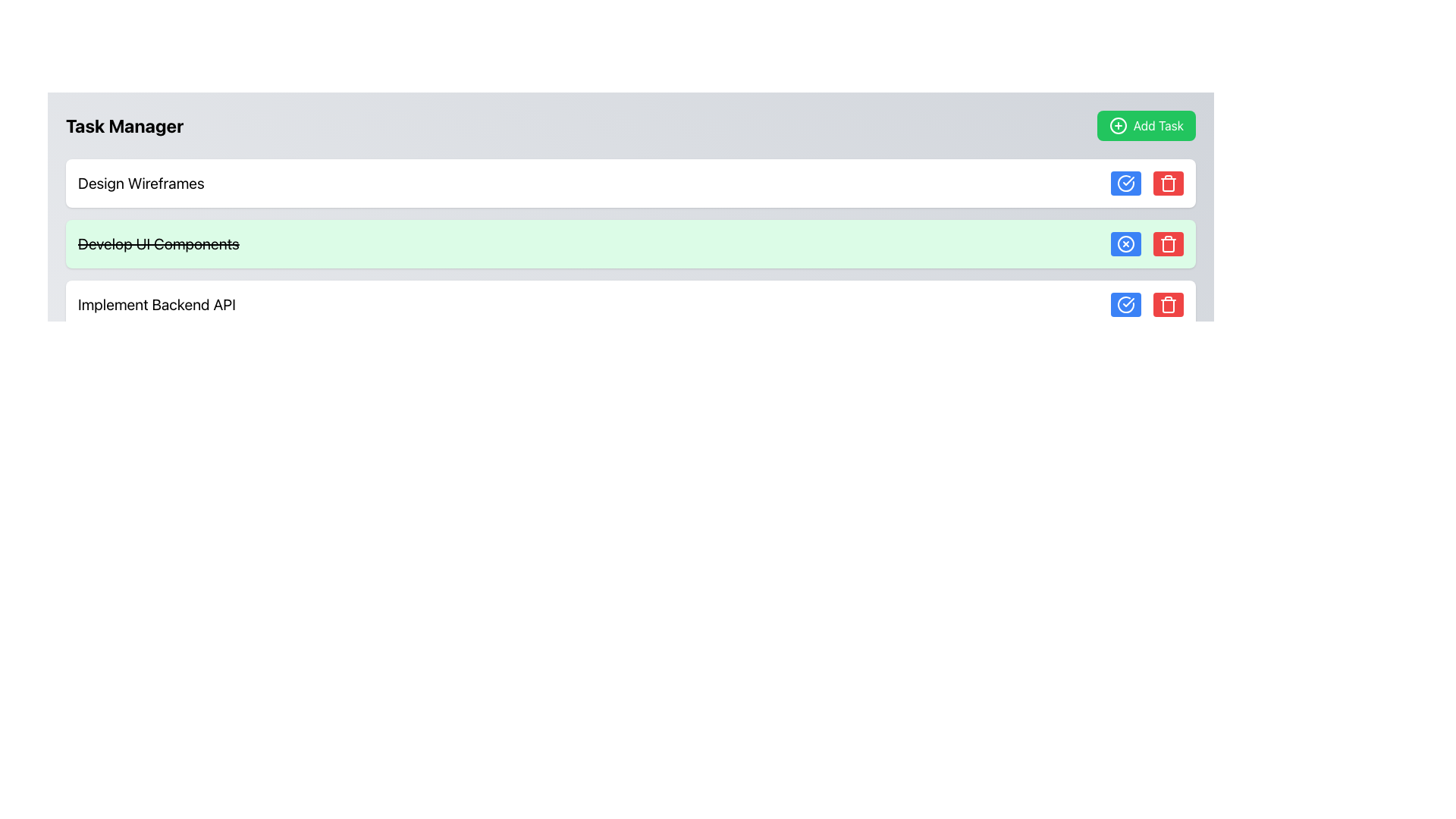 The width and height of the screenshot is (1456, 819). What do you see at coordinates (1125, 183) in the screenshot?
I see `the checkmark icon within the button at the right end of the task item row labeled 'Develop UI Components' to mark the task as complete` at bounding box center [1125, 183].